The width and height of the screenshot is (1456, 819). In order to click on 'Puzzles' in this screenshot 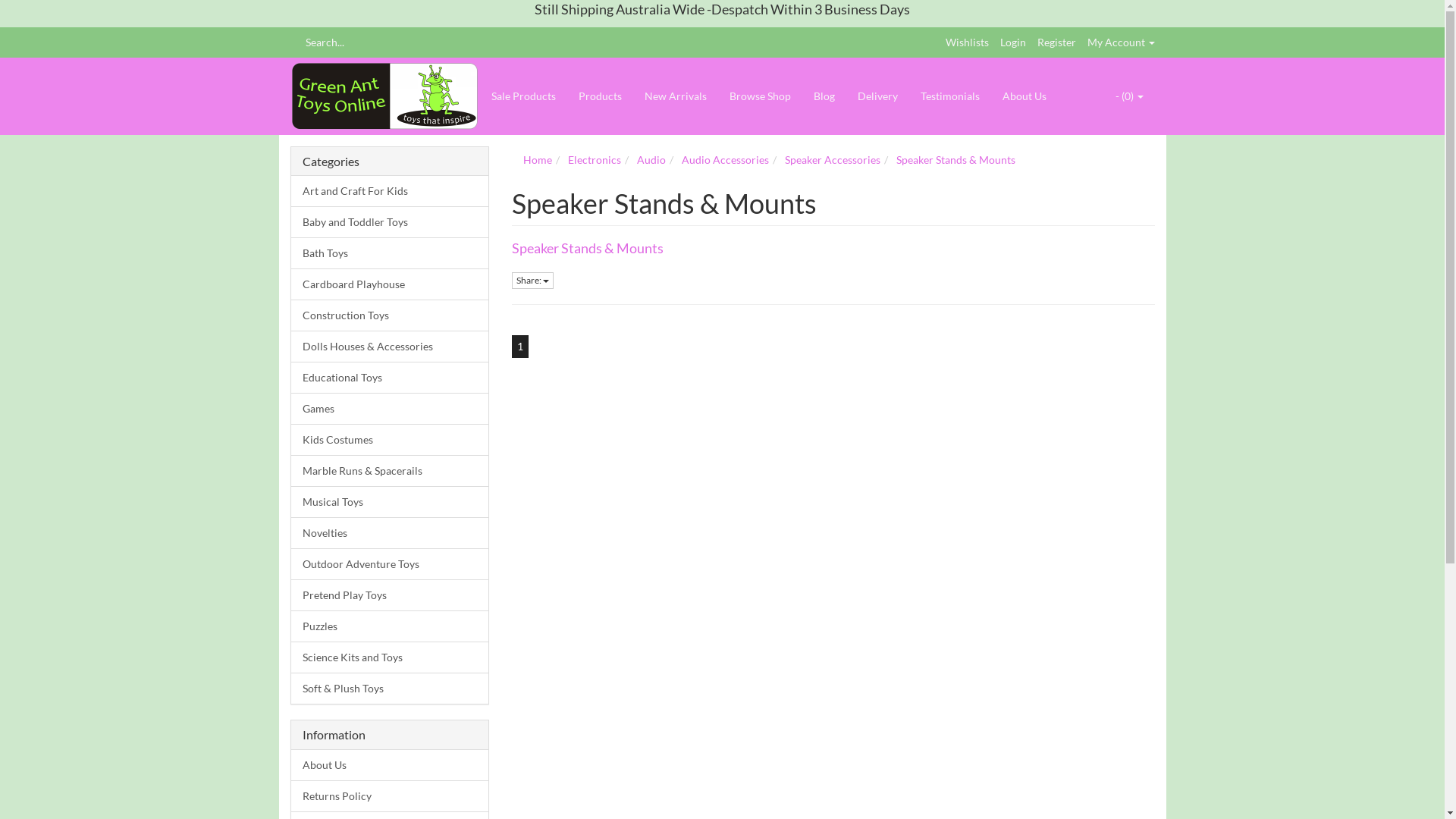, I will do `click(390, 626)`.